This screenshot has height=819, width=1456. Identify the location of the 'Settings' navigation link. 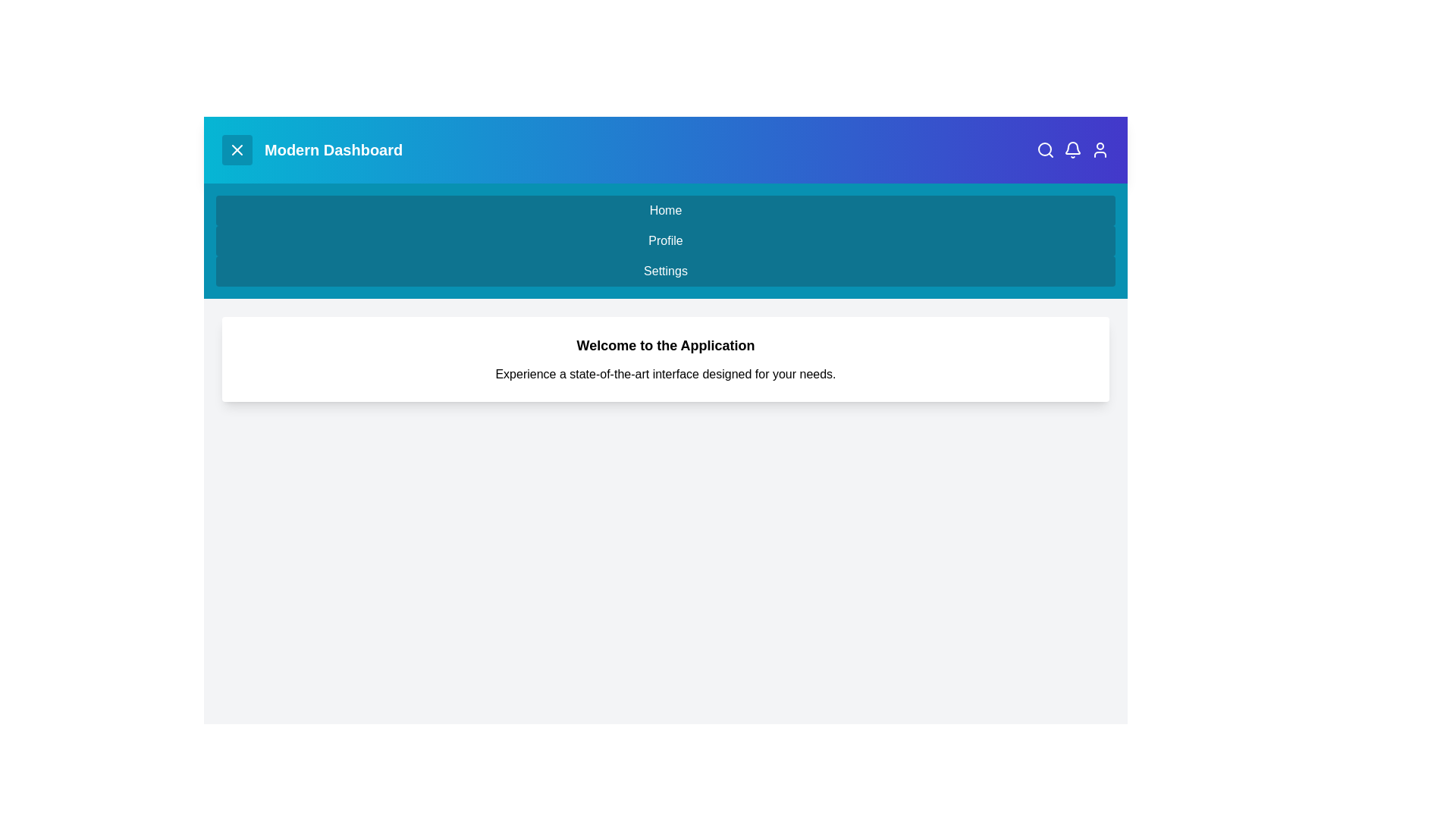
(666, 271).